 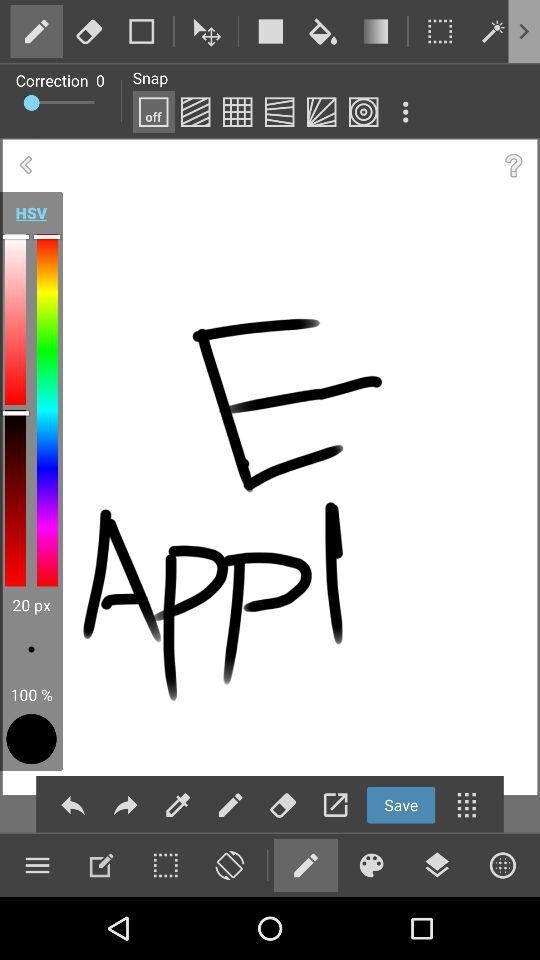 I want to click on open more options, so click(x=529, y=30).